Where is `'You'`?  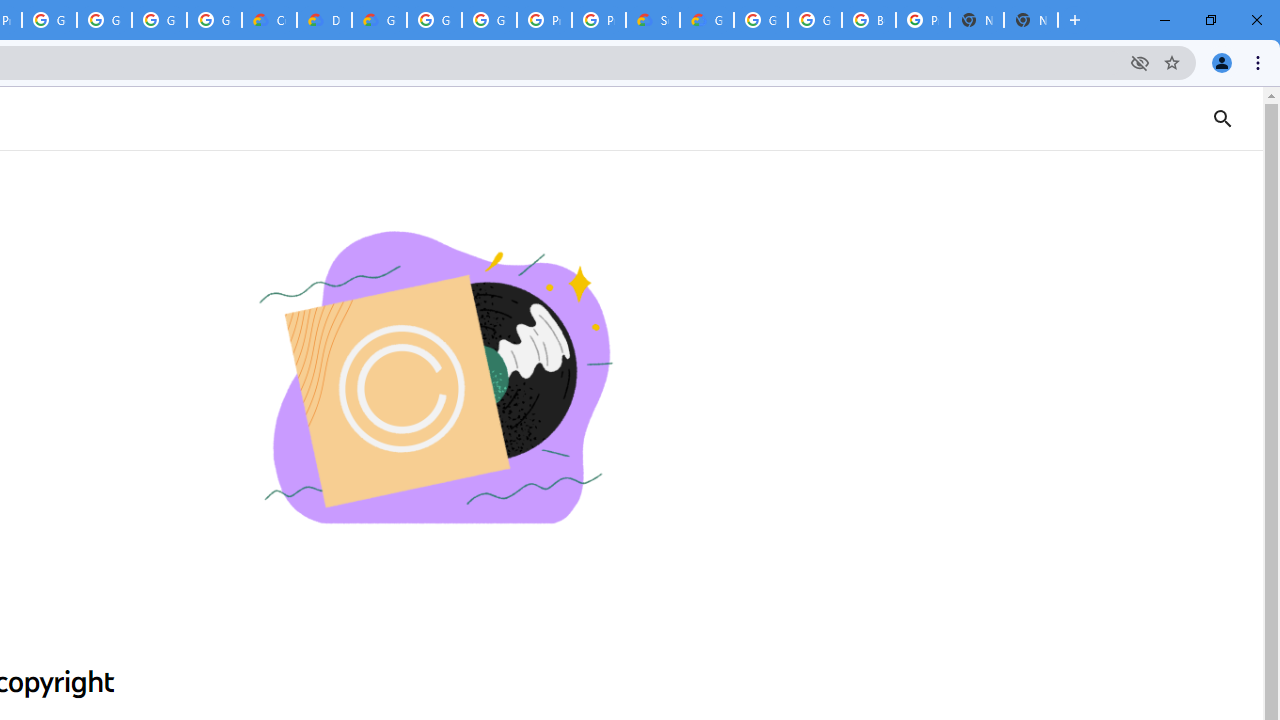
'You' is located at coordinates (1220, 61).